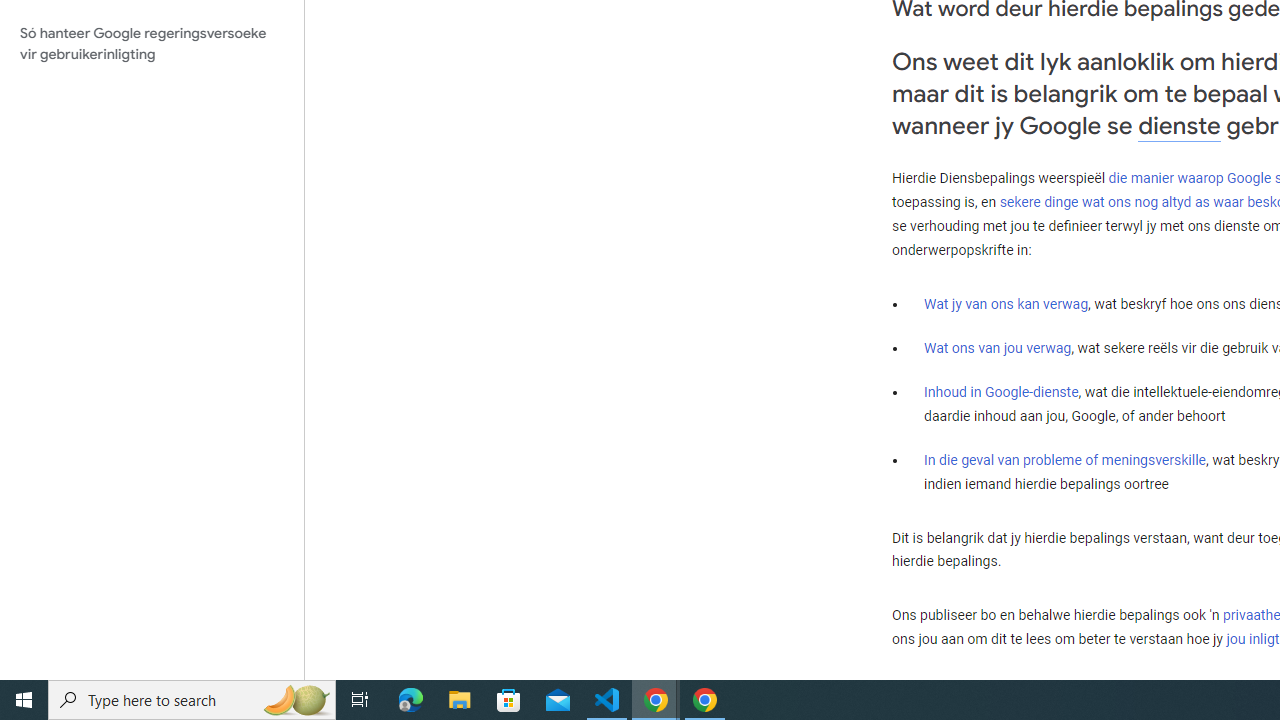 This screenshot has height=720, width=1280. What do you see at coordinates (1179, 125) in the screenshot?
I see `'dienste'` at bounding box center [1179, 125].